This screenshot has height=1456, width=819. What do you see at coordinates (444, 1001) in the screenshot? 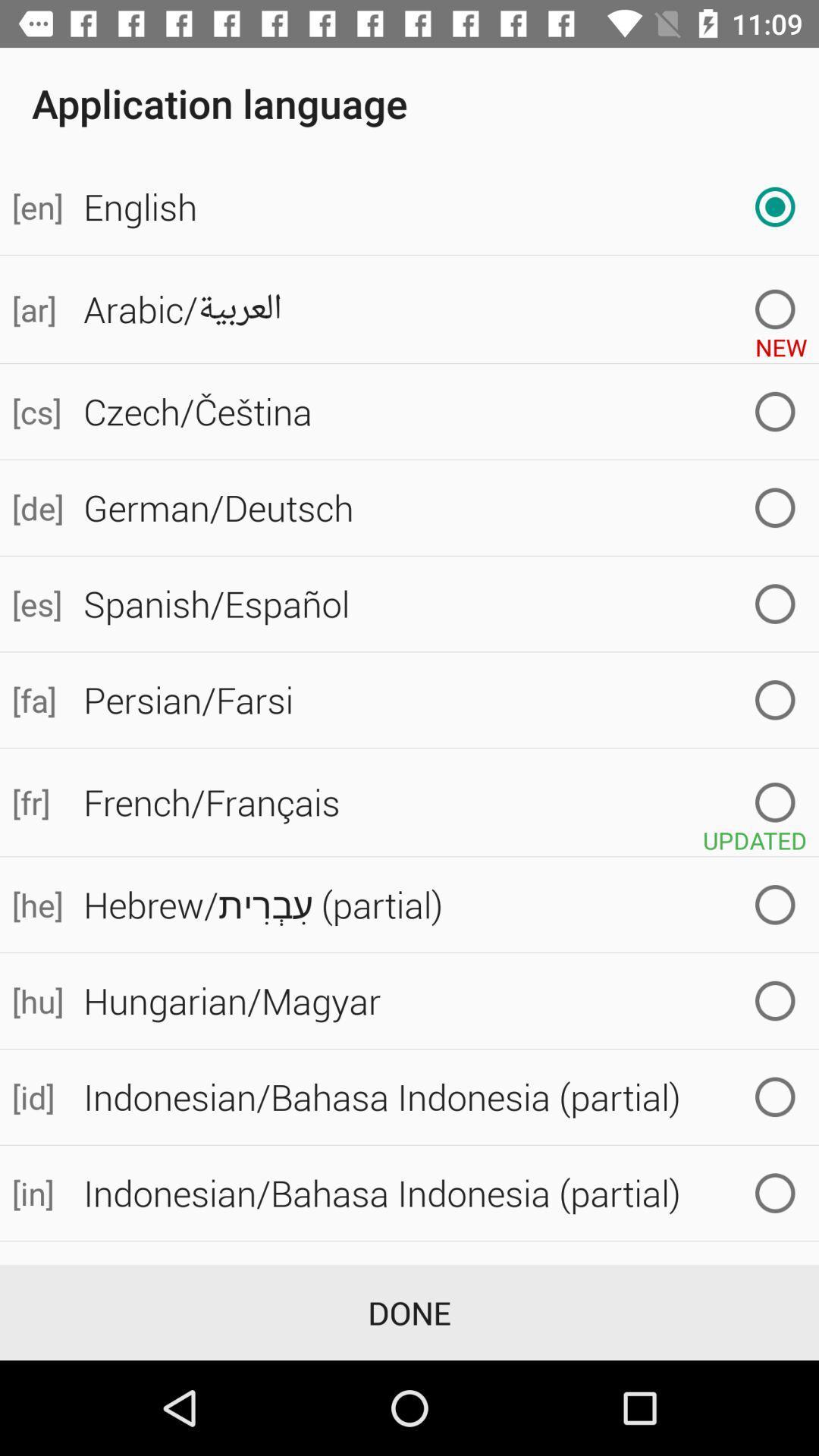
I see `the hungarian/magyar item` at bounding box center [444, 1001].